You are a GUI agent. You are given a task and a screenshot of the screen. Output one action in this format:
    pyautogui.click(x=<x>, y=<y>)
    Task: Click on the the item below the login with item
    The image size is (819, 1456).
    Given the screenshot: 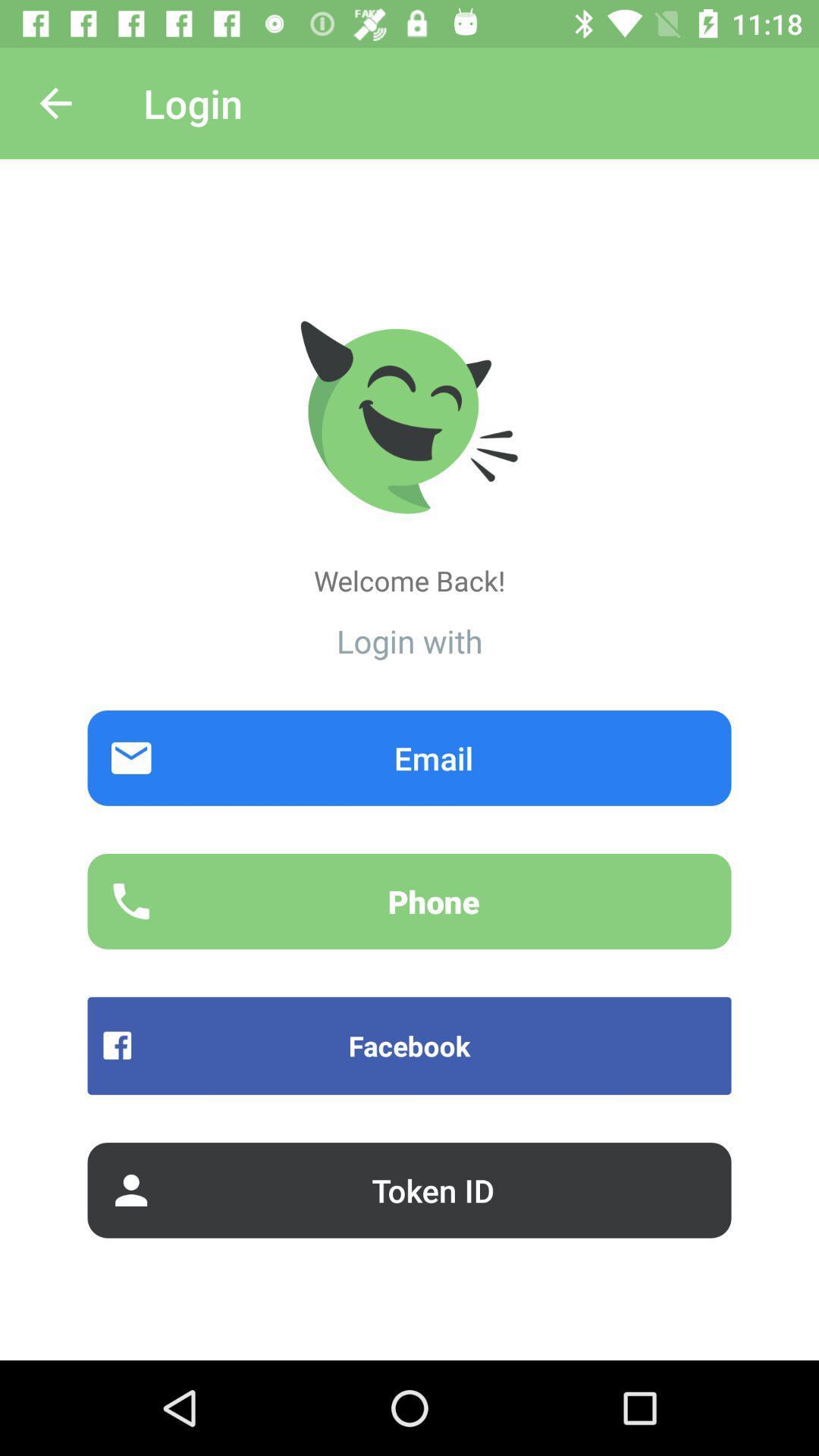 What is the action you would take?
    pyautogui.click(x=409, y=758)
    